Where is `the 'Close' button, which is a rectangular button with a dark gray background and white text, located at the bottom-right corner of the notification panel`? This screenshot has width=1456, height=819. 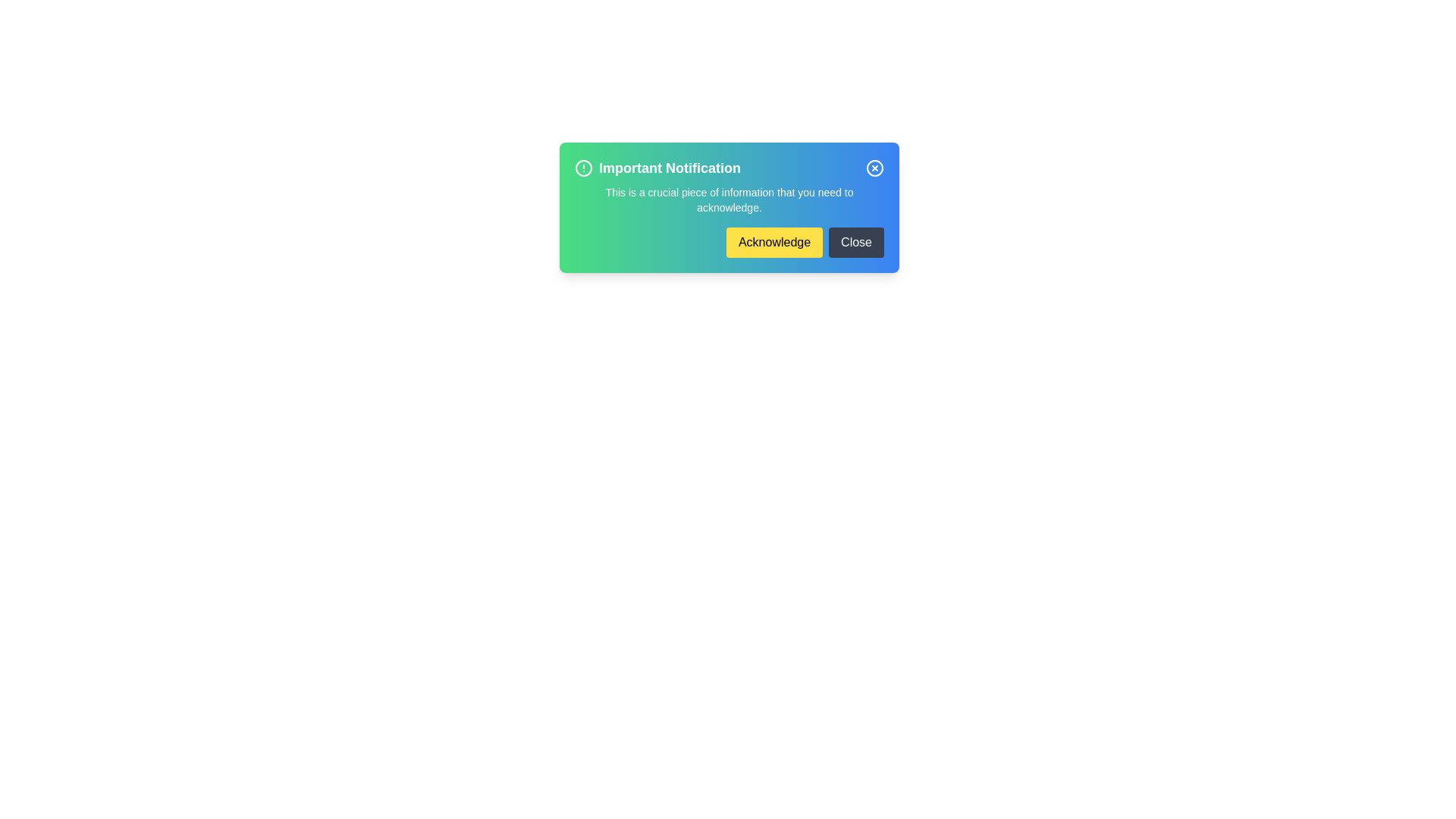 the 'Close' button, which is a rectangular button with a dark gray background and white text, located at the bottom-right corner of the notification panel is located at coordinates (856, 242).